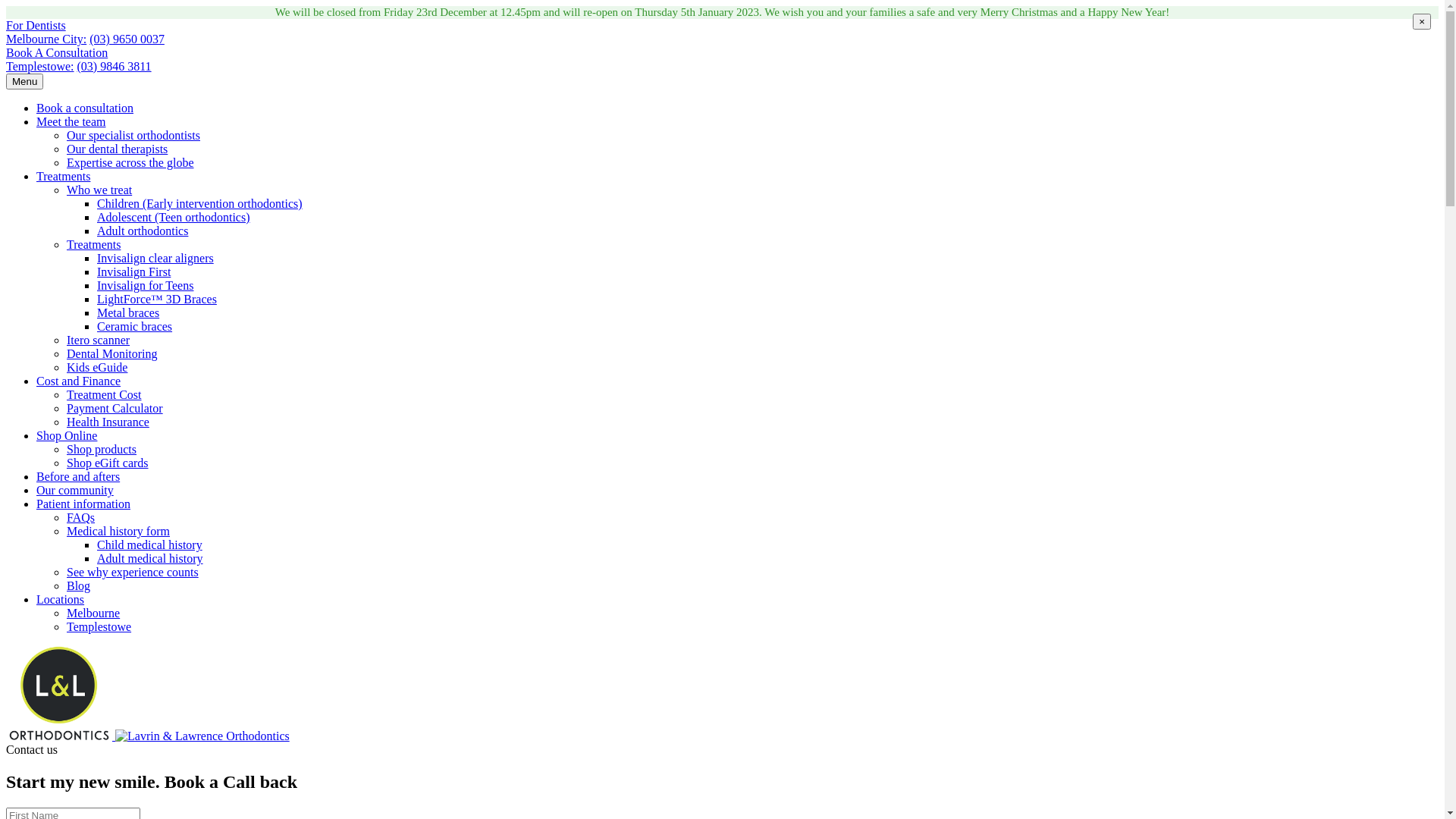 This screenshot has height=819, width=1456. I want to click on 'Treatments', so click(62, 175).